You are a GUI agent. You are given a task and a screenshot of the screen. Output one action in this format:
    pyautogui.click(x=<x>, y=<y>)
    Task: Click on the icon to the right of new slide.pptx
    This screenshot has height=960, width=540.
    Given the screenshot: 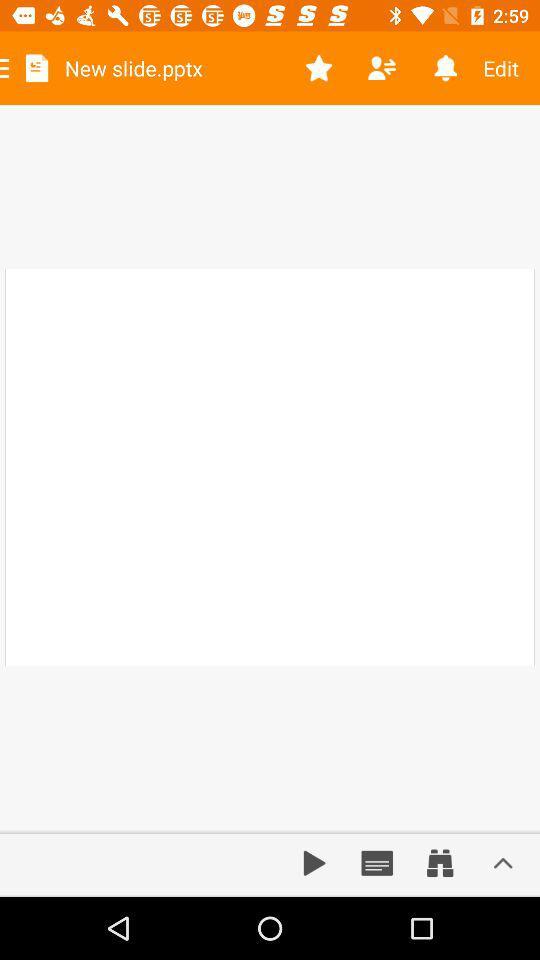 What is the action you would take?
    pyautogui.click(x=319, y=68)
    